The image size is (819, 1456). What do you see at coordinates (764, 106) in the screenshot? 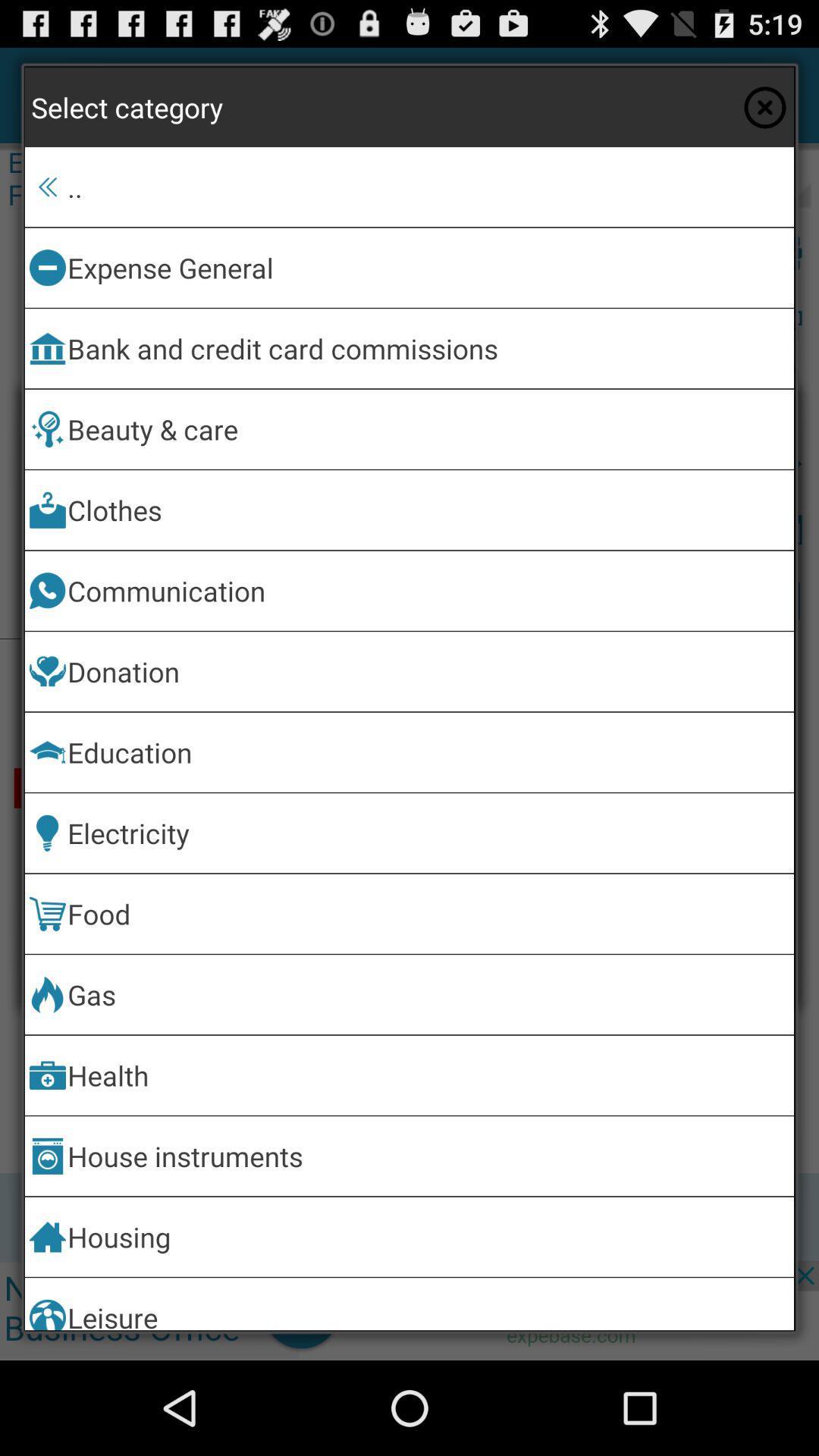
I see `the app above the .. icon` at bounding box center [764, 106].